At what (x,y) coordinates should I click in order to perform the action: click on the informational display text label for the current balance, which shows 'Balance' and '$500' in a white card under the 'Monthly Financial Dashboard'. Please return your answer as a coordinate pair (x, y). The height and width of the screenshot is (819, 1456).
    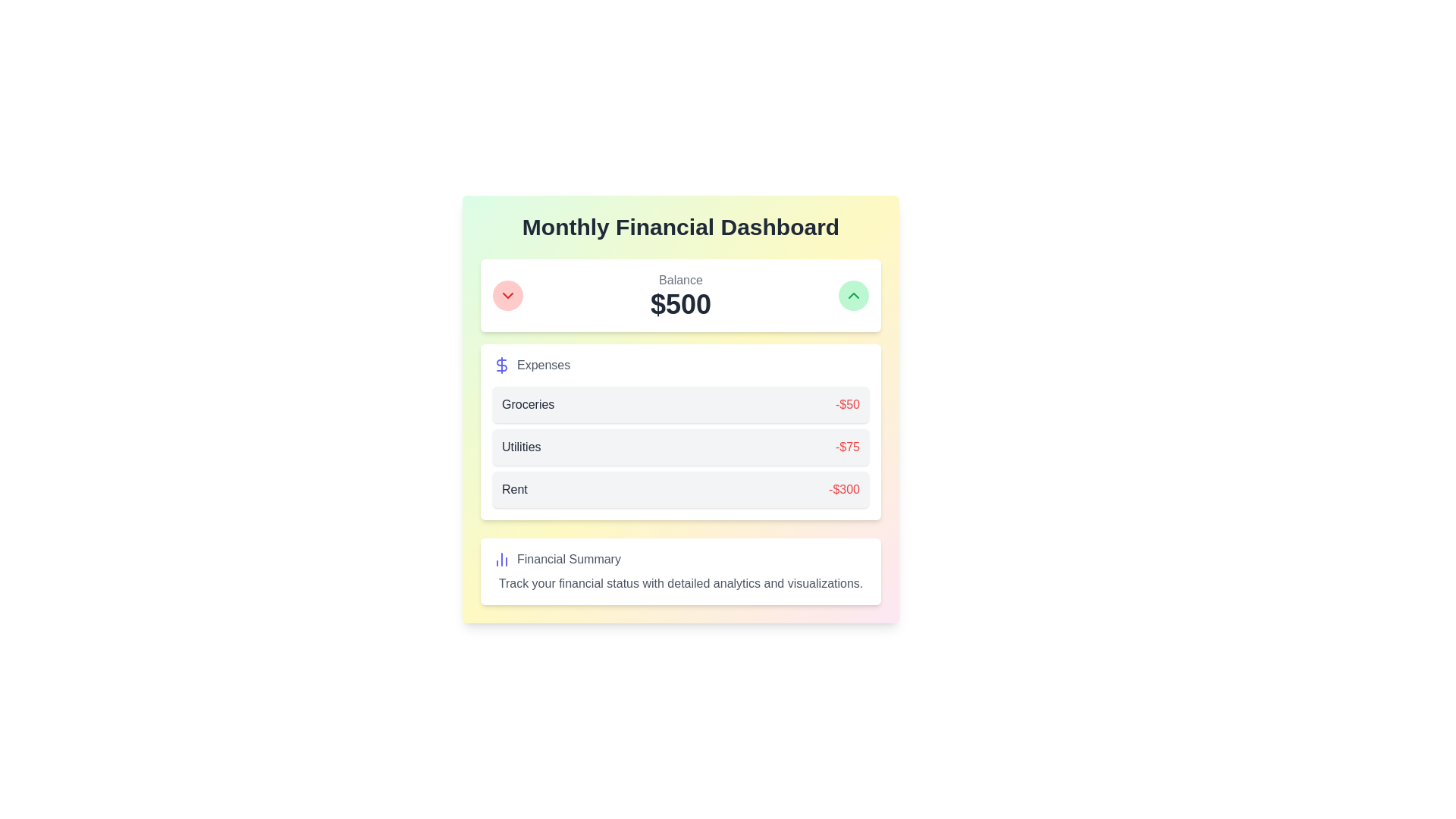
    Looking at the image, I should click on (679, 295).